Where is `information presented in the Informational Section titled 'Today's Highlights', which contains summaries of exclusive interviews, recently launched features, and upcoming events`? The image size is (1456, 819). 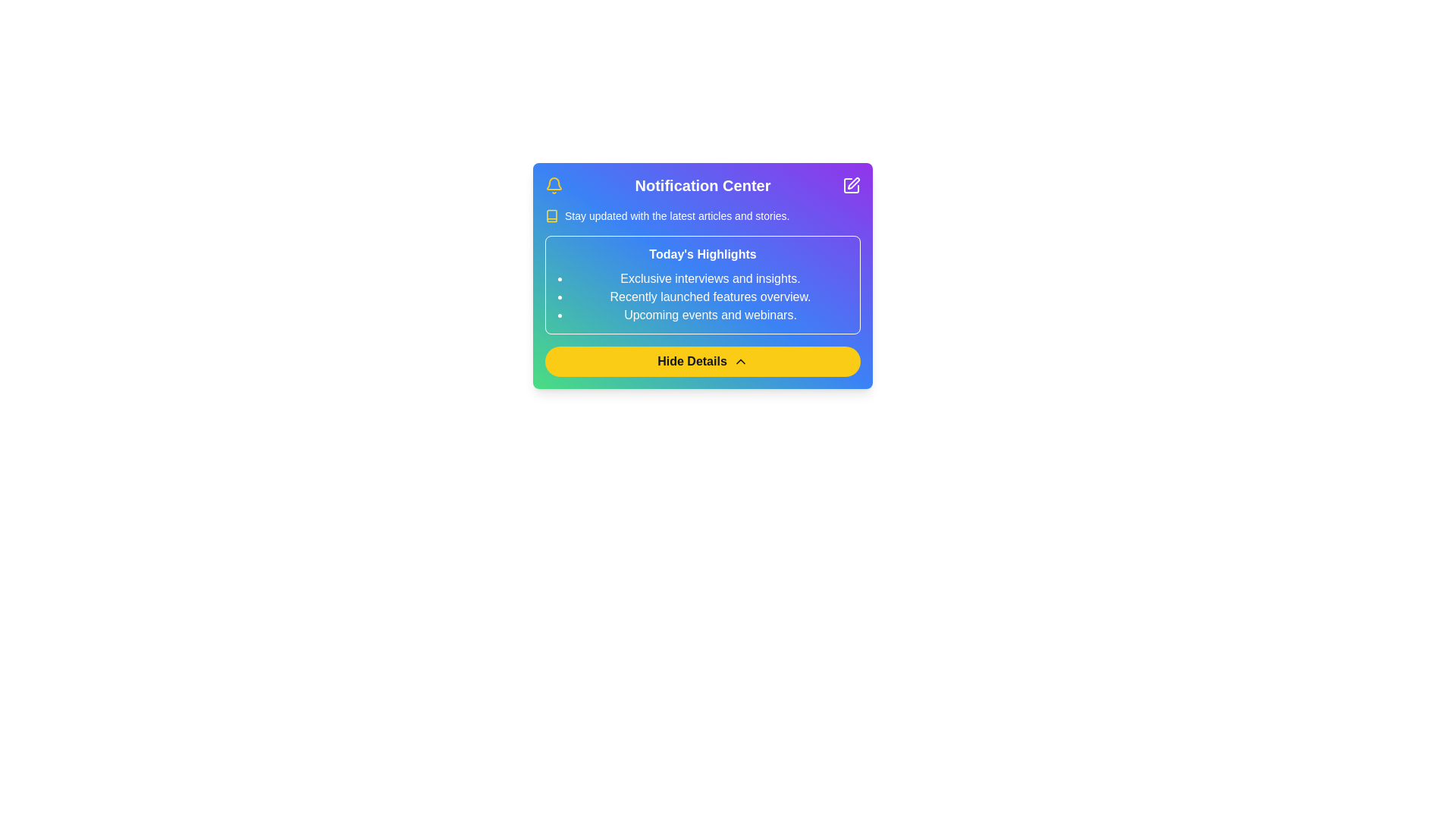 information presented in the Informational Section titled 'Today's Highlights', which contains summaries of exclusive interviews, recently launched features, and upcoming events is located at coordinates (701, 284).